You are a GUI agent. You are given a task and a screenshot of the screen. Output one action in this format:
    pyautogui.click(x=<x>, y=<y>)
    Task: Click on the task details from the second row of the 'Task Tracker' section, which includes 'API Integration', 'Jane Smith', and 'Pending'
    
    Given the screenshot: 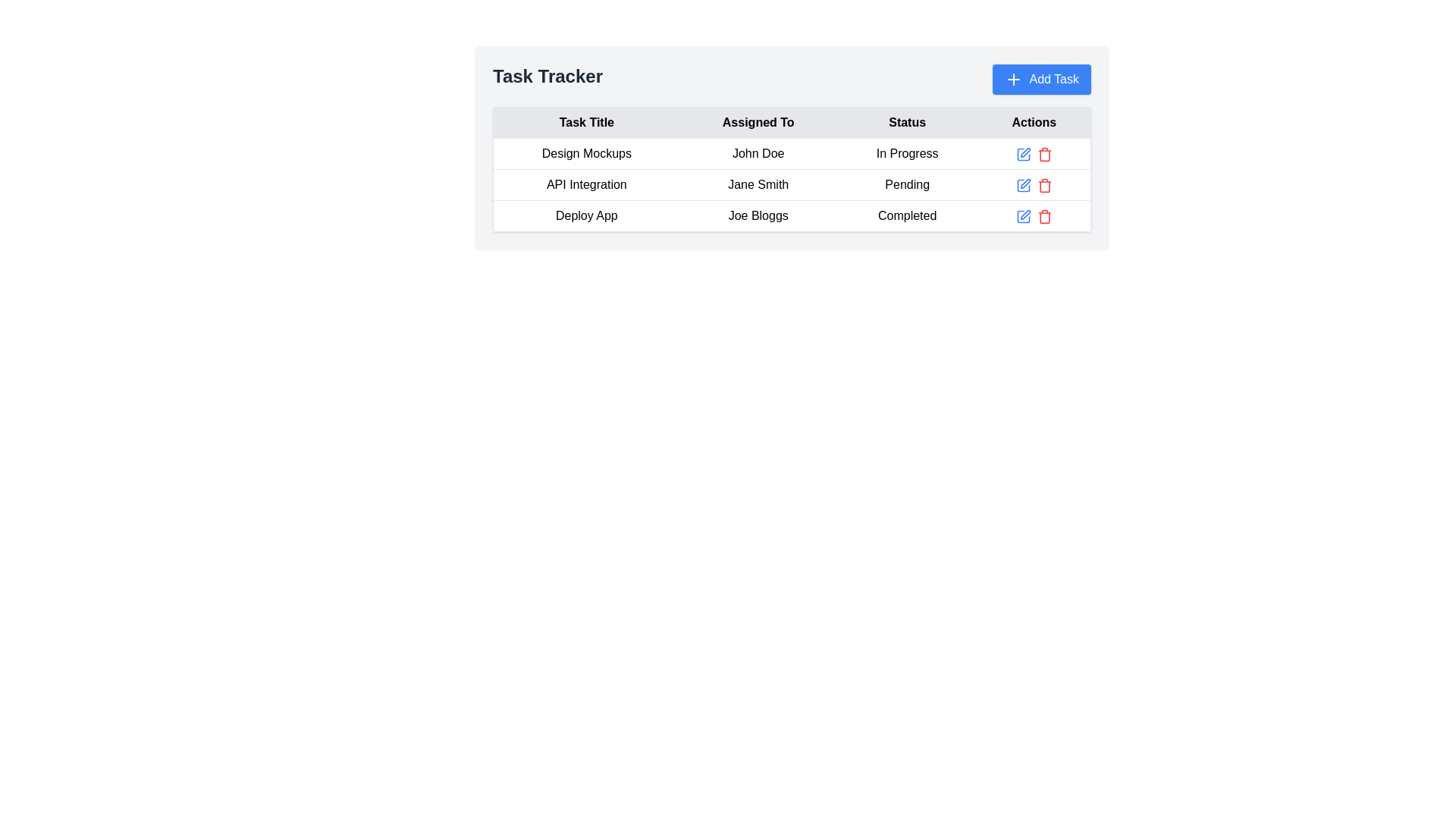 What is the action you would take?
    pyautogui.click(x=791, y=184)
    